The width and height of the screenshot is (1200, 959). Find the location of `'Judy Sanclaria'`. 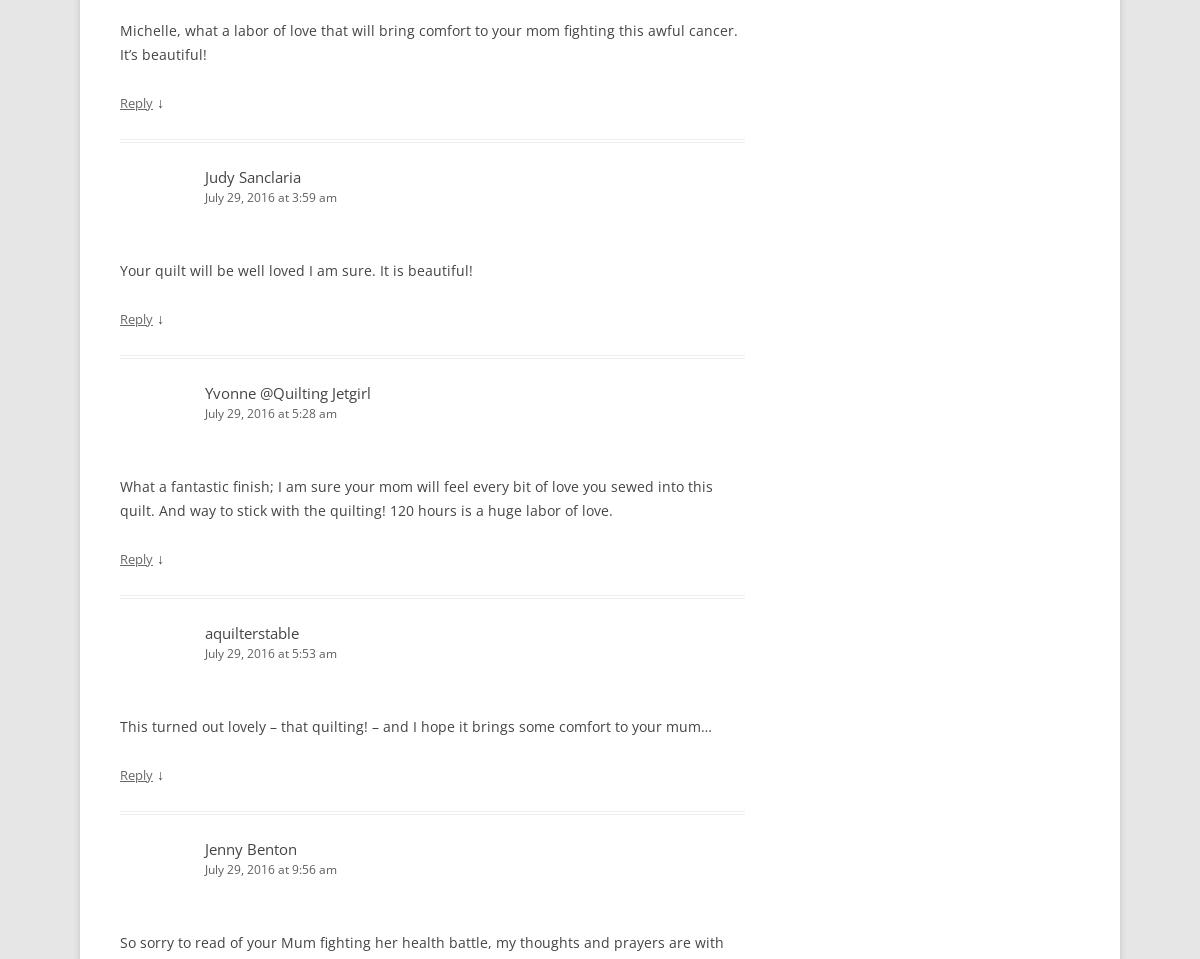

'Judy Sanclaria' is located at coordinates (251, 174).